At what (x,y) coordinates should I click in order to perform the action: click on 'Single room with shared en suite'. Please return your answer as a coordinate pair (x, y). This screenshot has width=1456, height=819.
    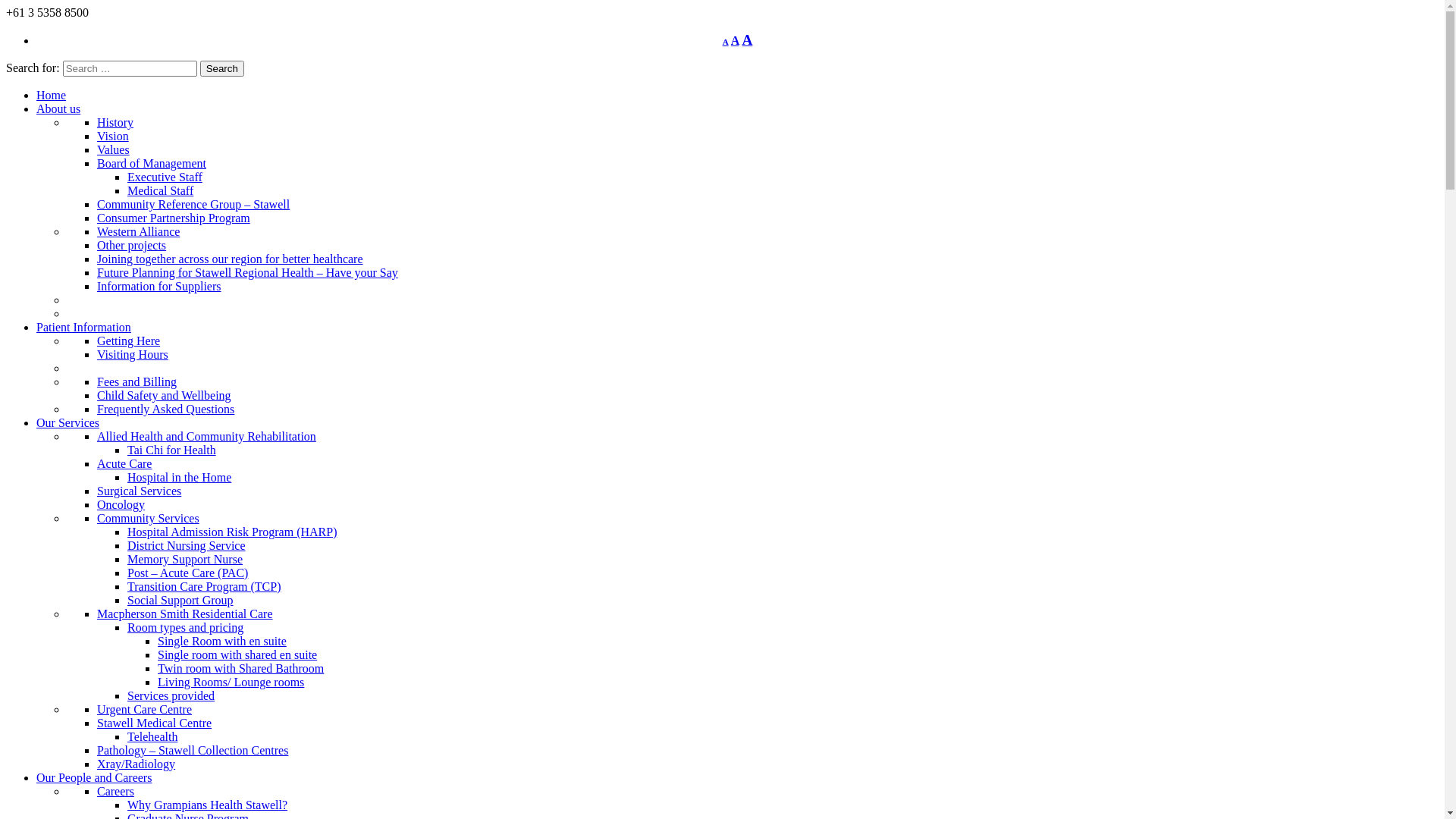
    Looking at the image, I should click on (236, 654).